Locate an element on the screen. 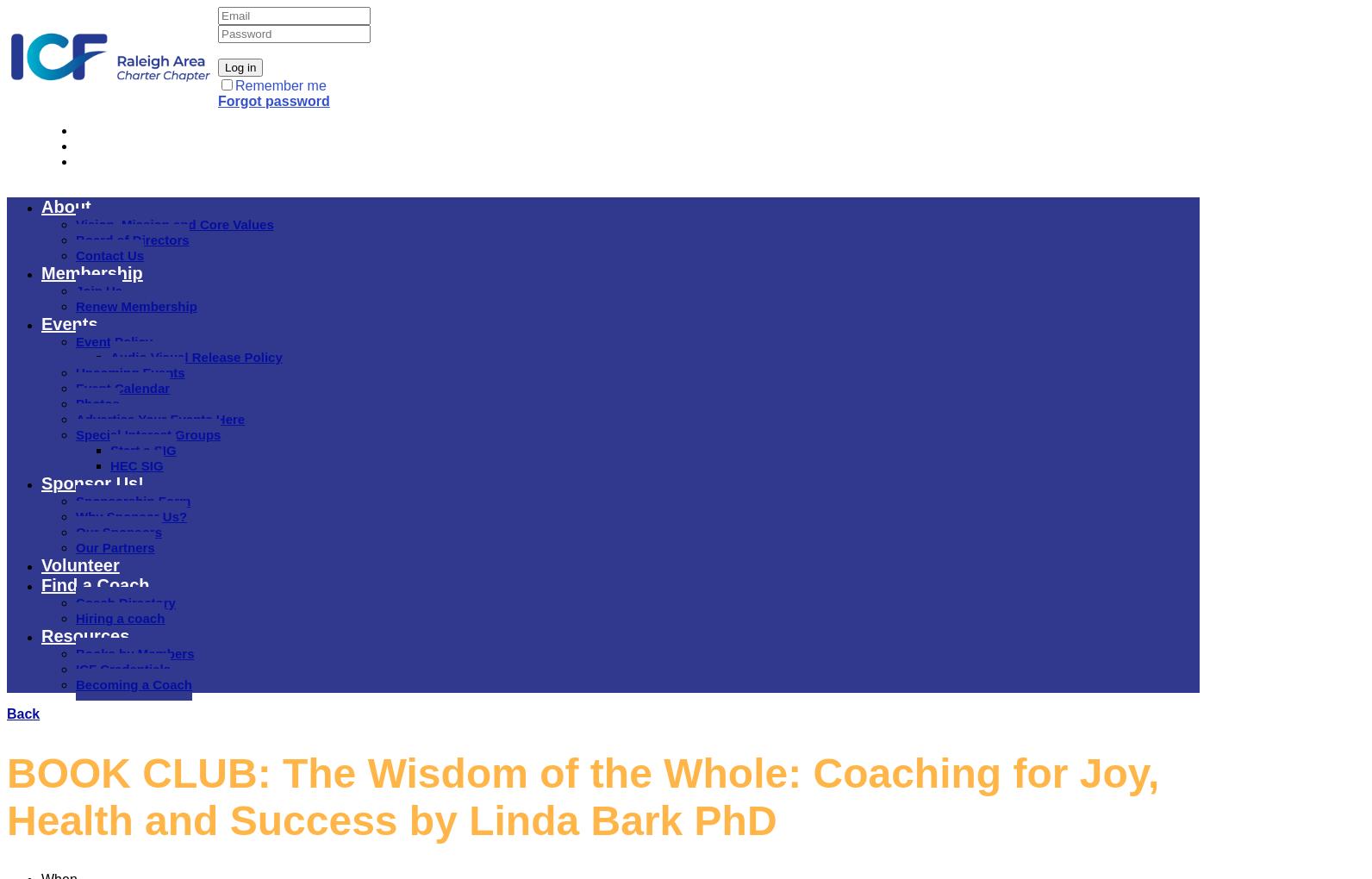 The width and height of the screenshot is (1372, 879). 'BOOK CLUB:  The Wisdom of the Whole: Coaching for Joy, Health and Success by Linda Bark PhD' is located at coordinates (582, 797).